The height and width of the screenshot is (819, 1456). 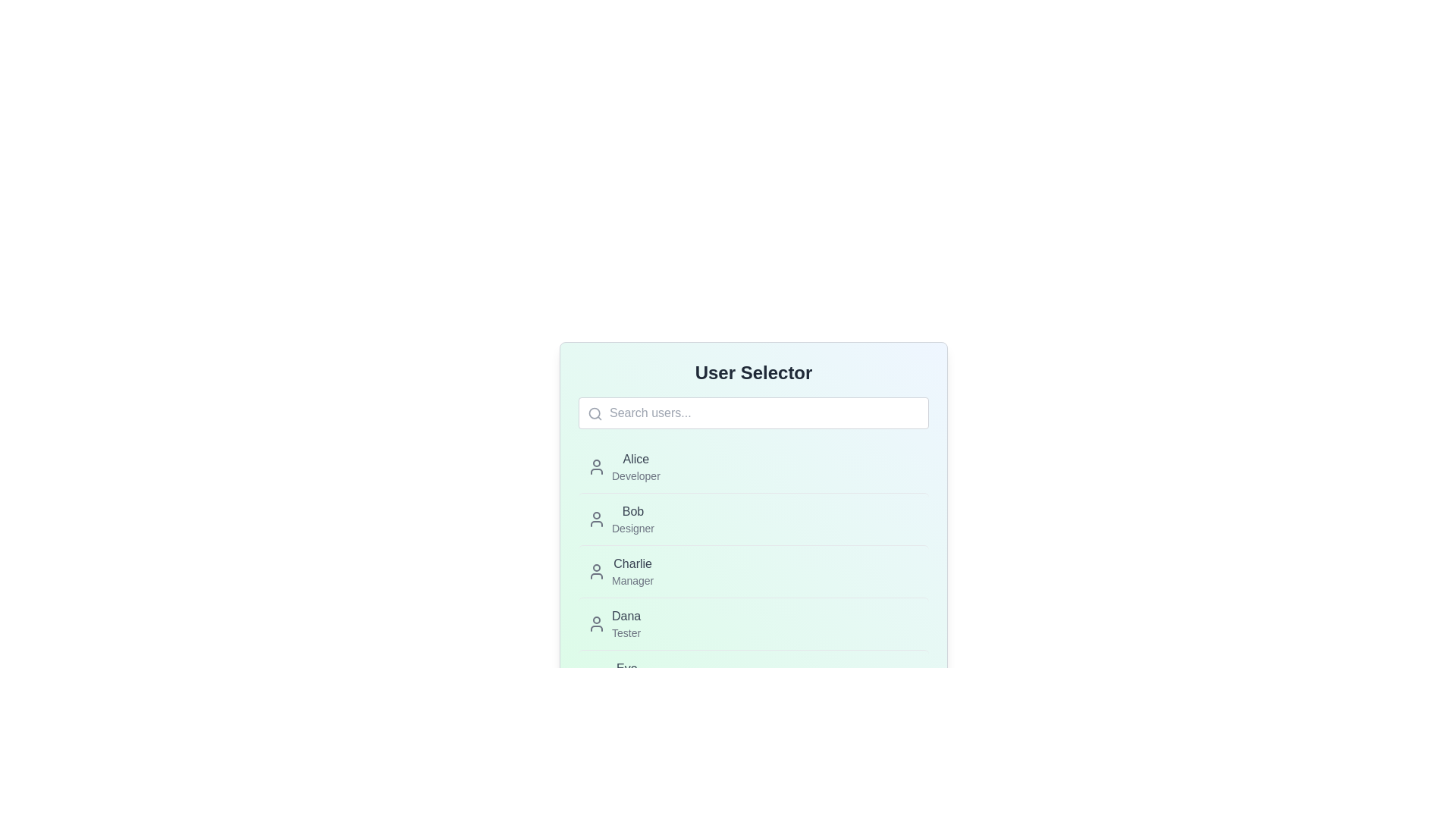 I want to click on the last selectable user entry in the list, which represents the user 'Eve' with the role 'Admin', so click(x=753, y=675).